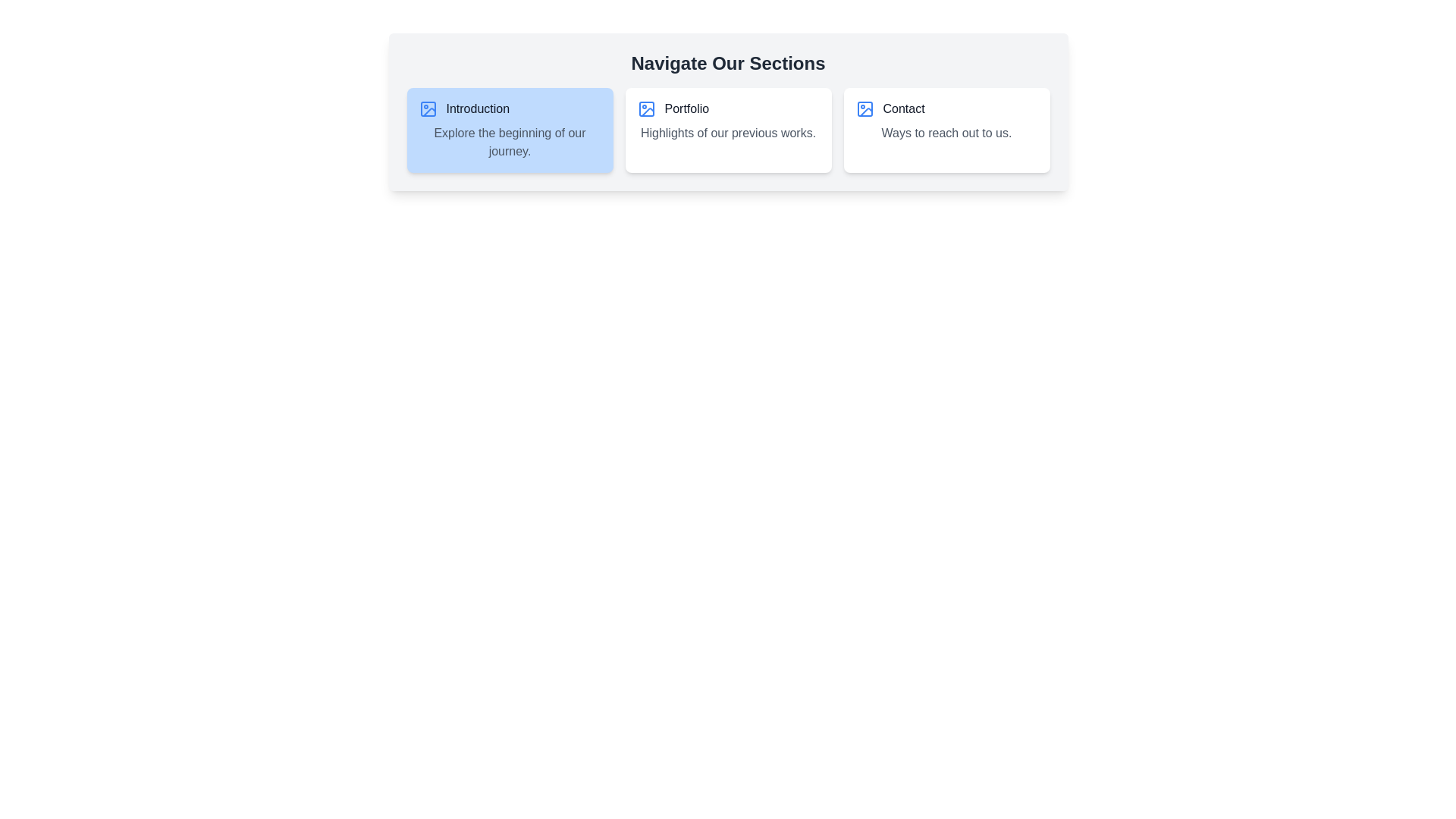  I want to click on the header text displaying 'Navigate Our Sections', which is bold and large, centered at the top of the interface, so click(728, 63).